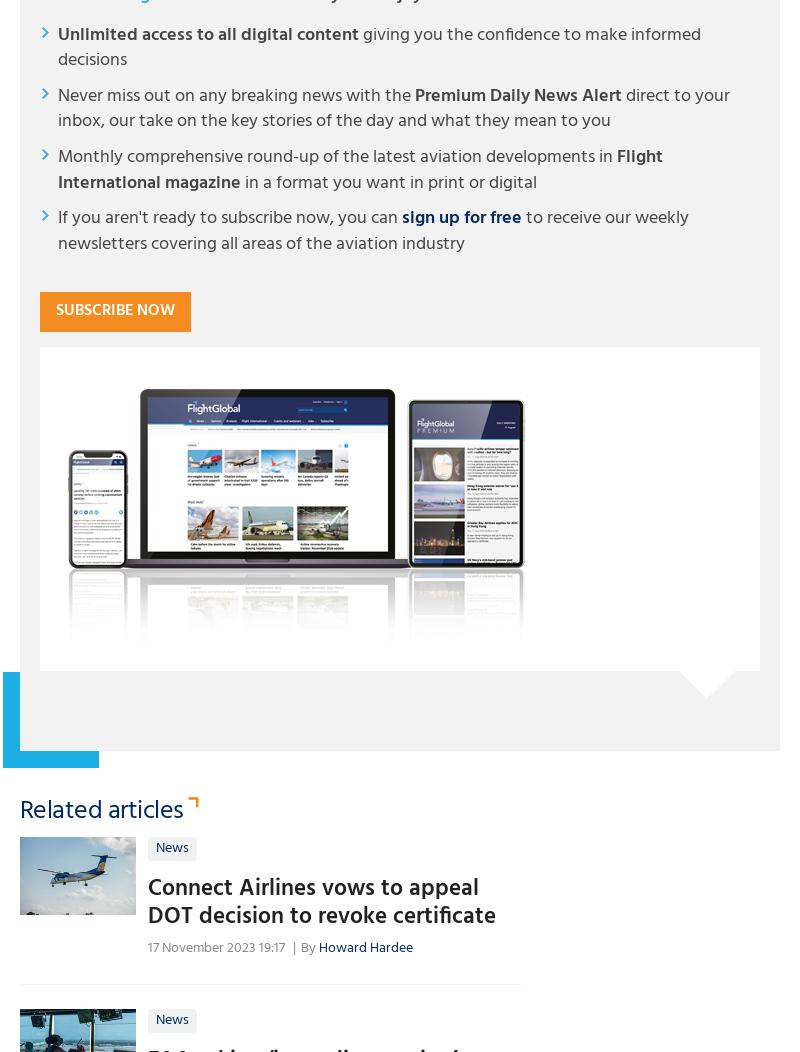 Image resolution: width=800 pixels, height=1052 pixels. Describe the element at coordinates (393, 108) in the screenshot. I see `'direct to your inbox, our take on the key stories of the day and what they mean to you'` at that location.